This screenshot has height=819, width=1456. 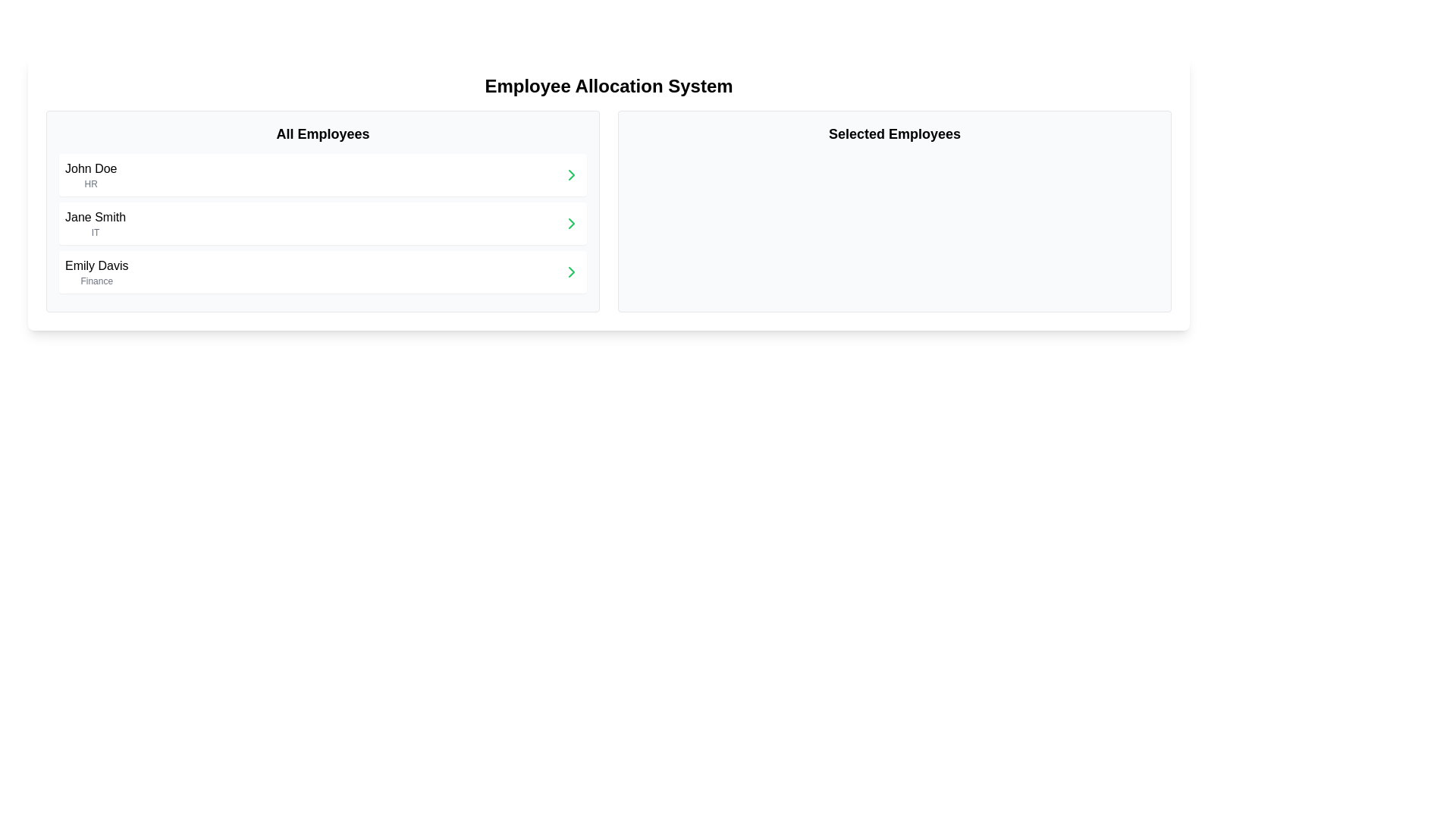 What do you see at coordinates (94, 217) in the screenshot?
I see `the text label identifying 'Jane Smith' within the 'All Employees' panel` at bounding box center [94, 217].